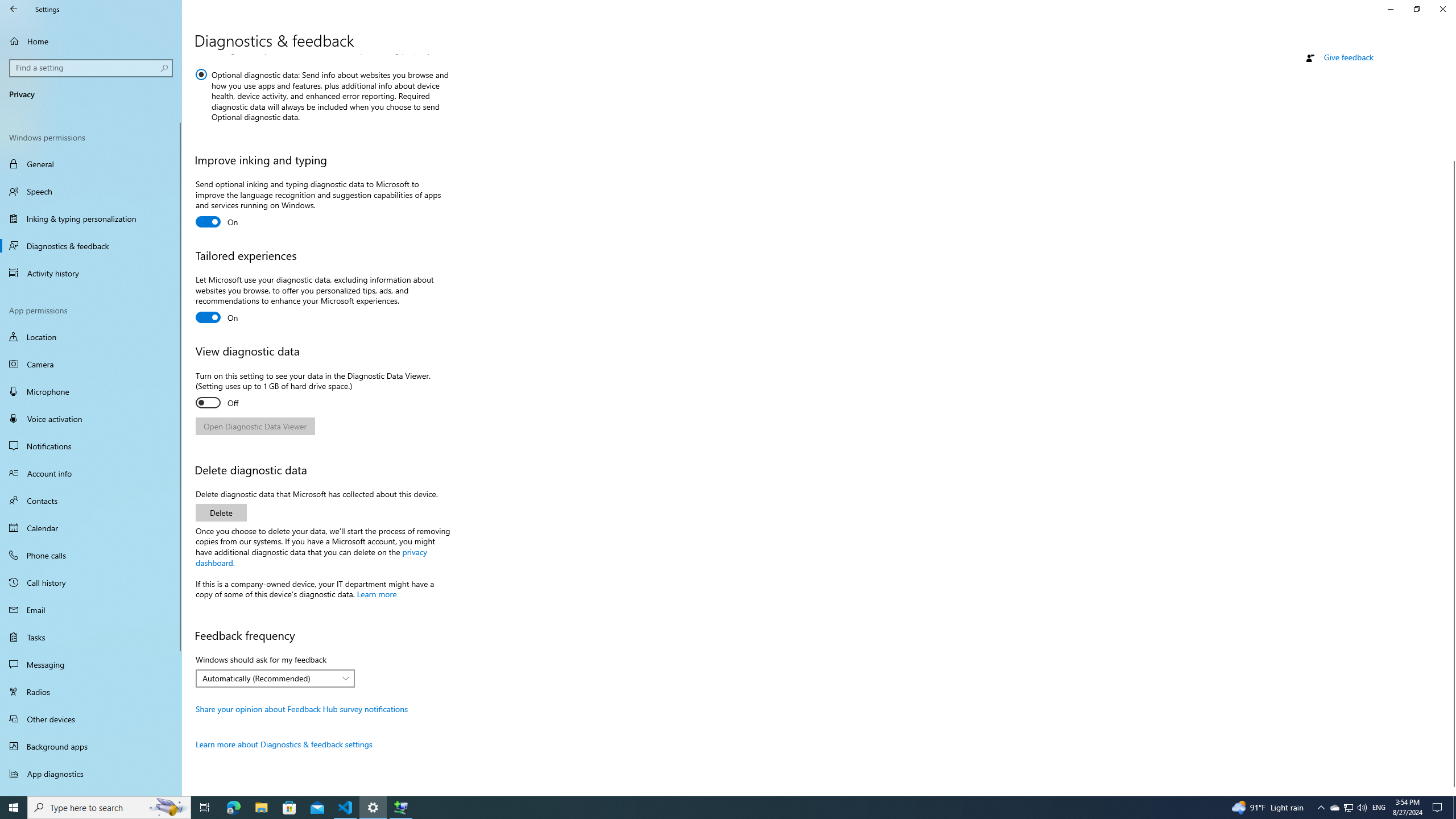 The image size is (1456, 819). What do you see at coordinates (283, 743) in the screenshot?
I see `'Learn more about Diagnostics & feedback settings'` at bounding box center [283, 743].